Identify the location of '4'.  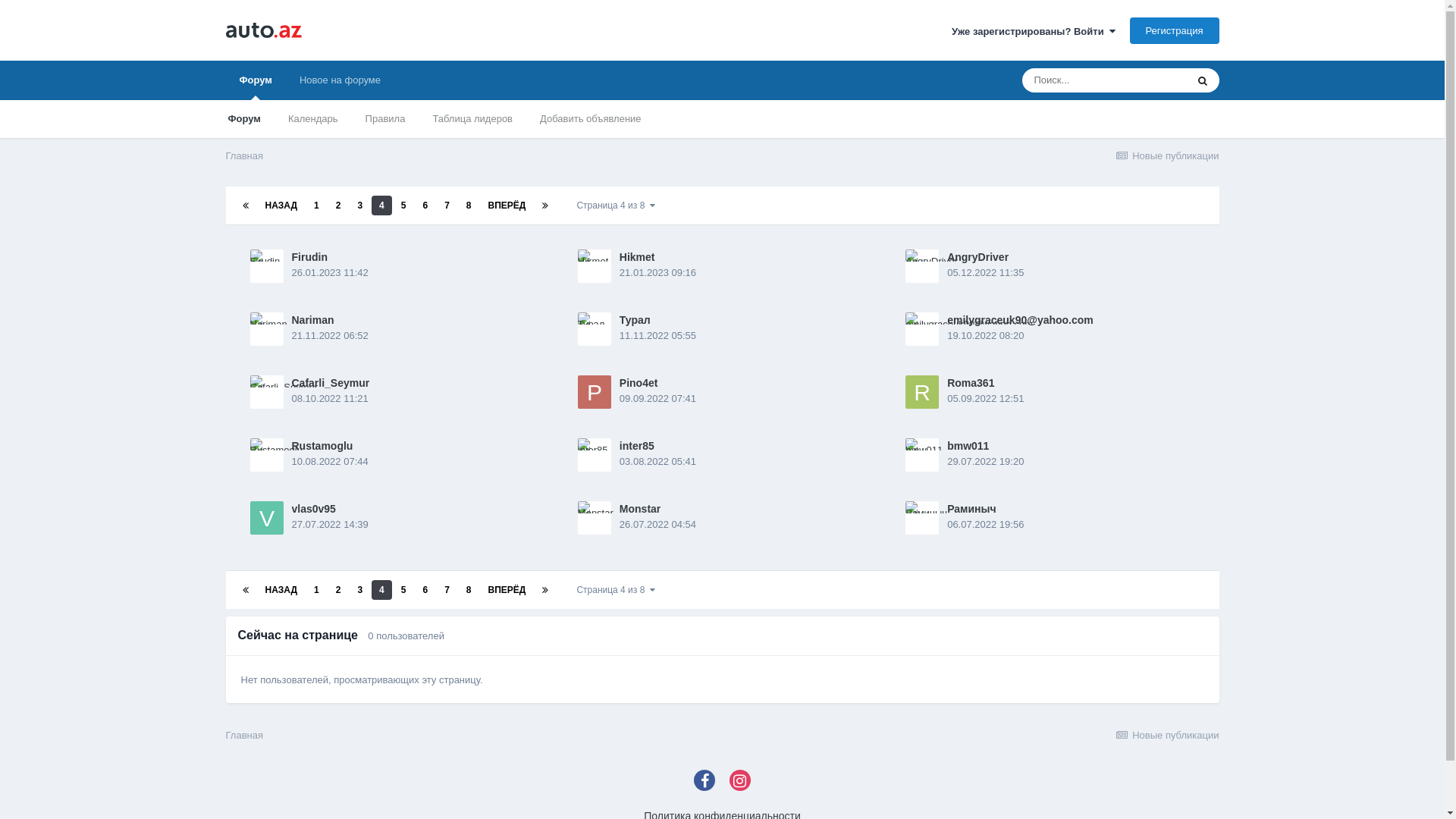
(381, 205).